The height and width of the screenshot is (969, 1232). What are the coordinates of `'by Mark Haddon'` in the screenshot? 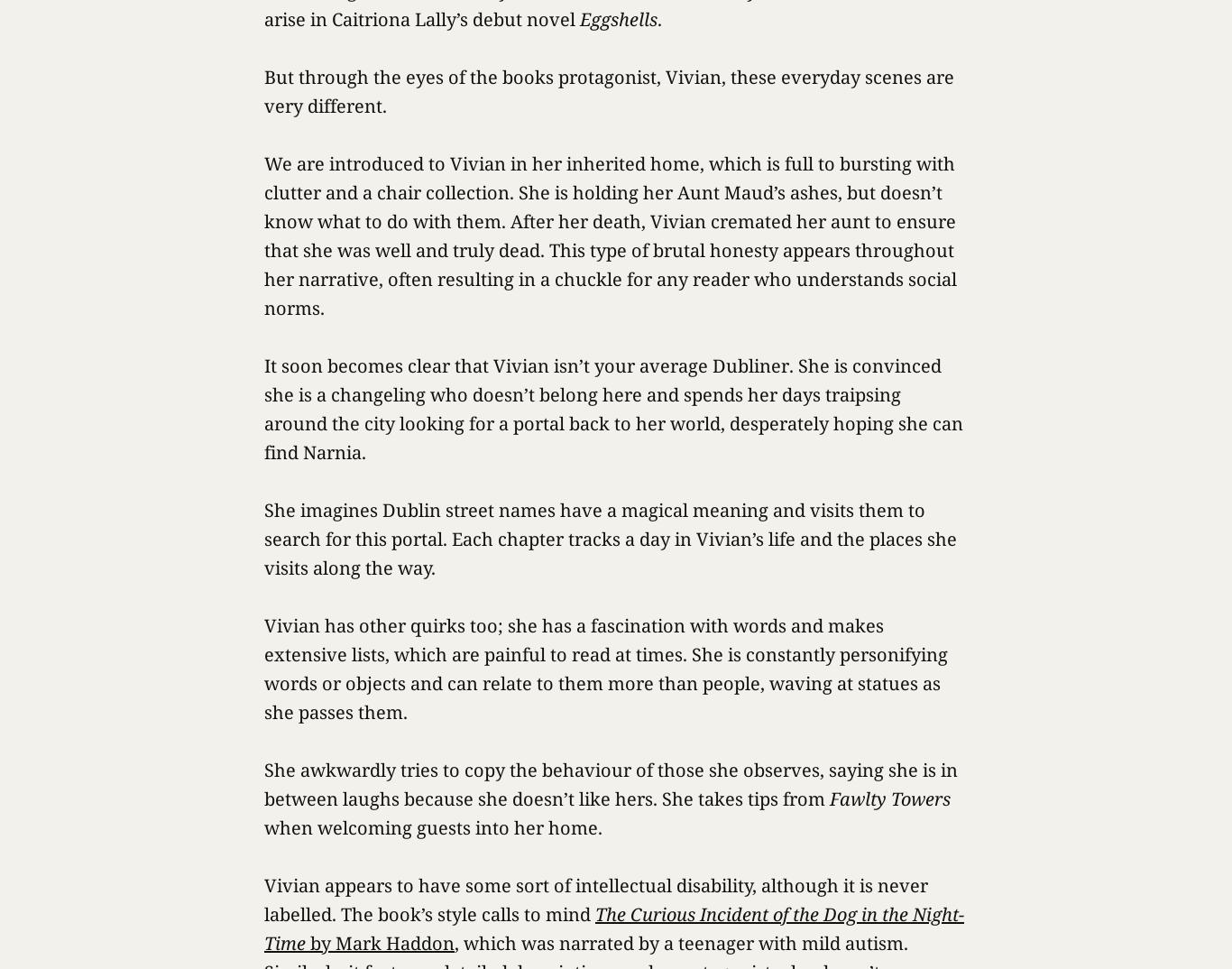 It's located at (379, 943).